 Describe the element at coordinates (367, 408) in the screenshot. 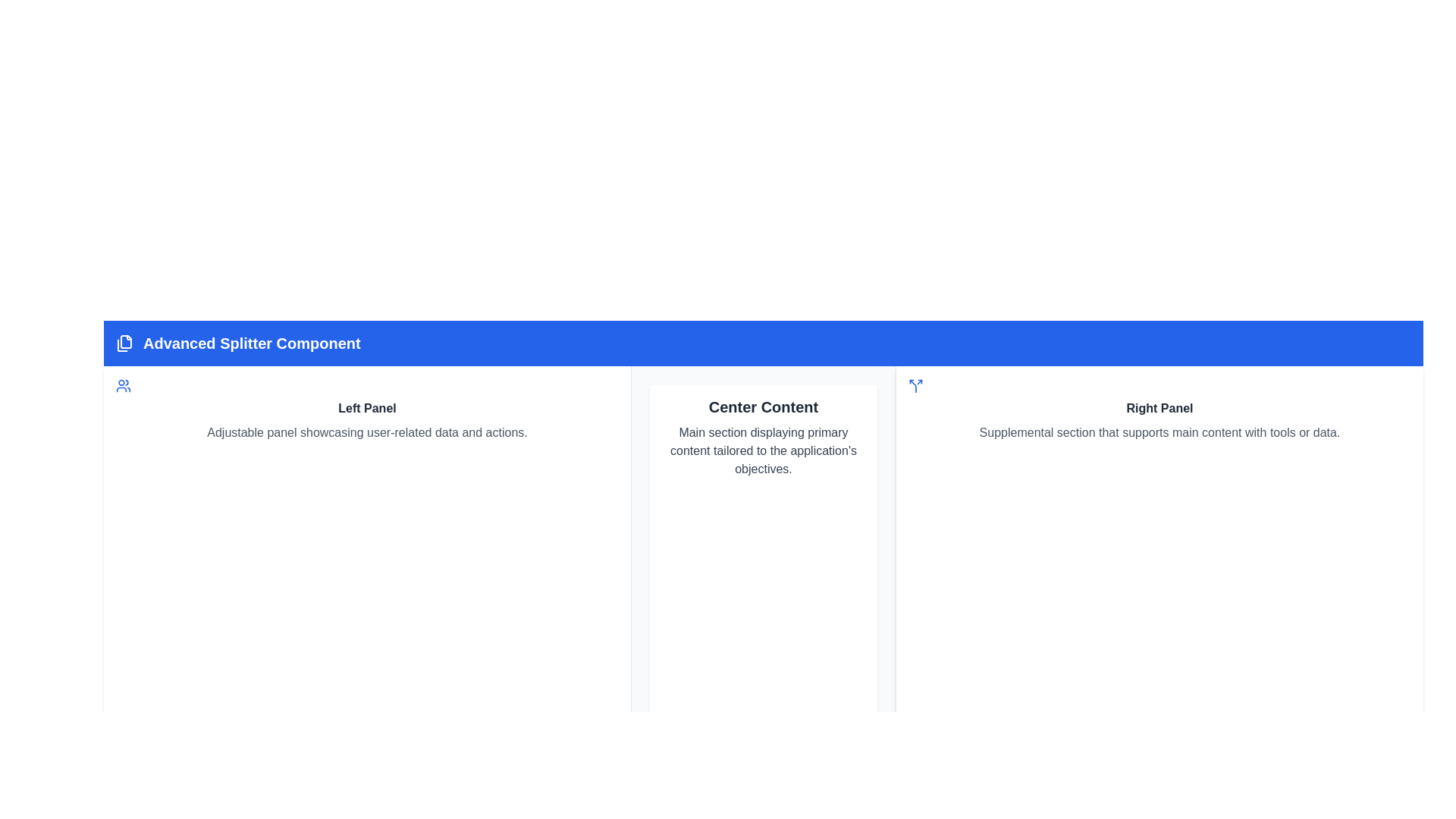

I see `the 'Left Panel' text label, which is a bold gray text positioned above a description text in the left panel group` at that location.